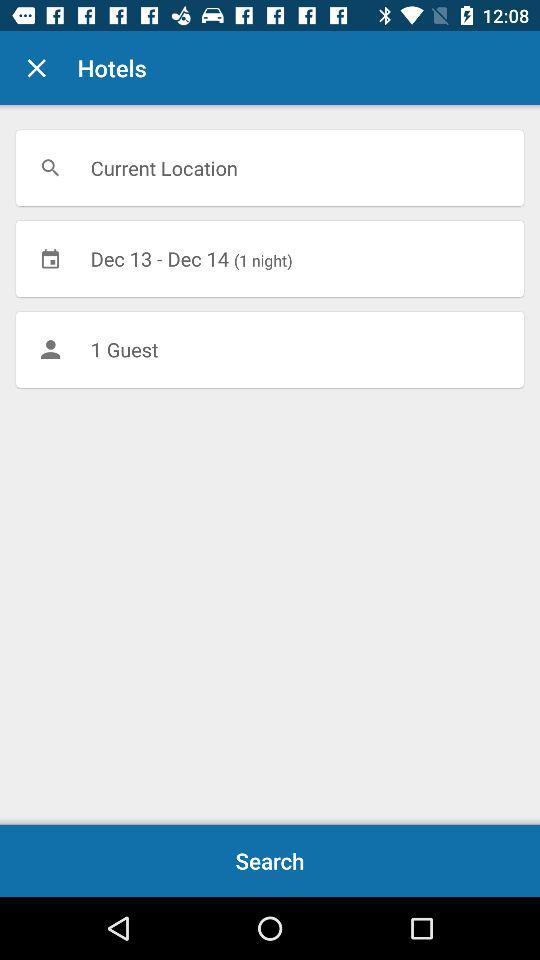 This screenshot has width=540, height=960. What do you see at coordinates (270, 349) in the screenshot?
I see `the item at the center` at bounding box center [270, 349].